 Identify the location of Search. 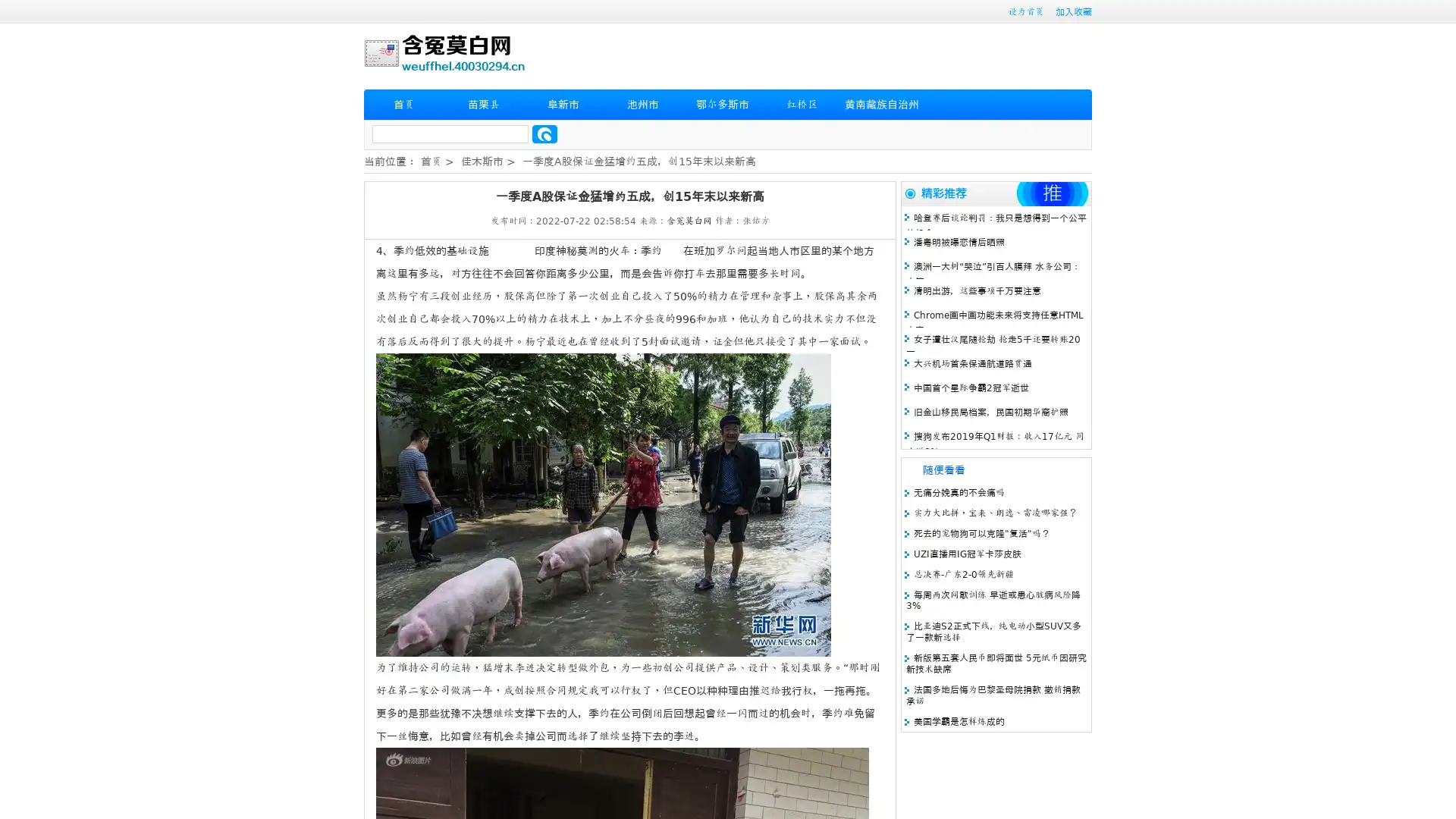
(544, 133).